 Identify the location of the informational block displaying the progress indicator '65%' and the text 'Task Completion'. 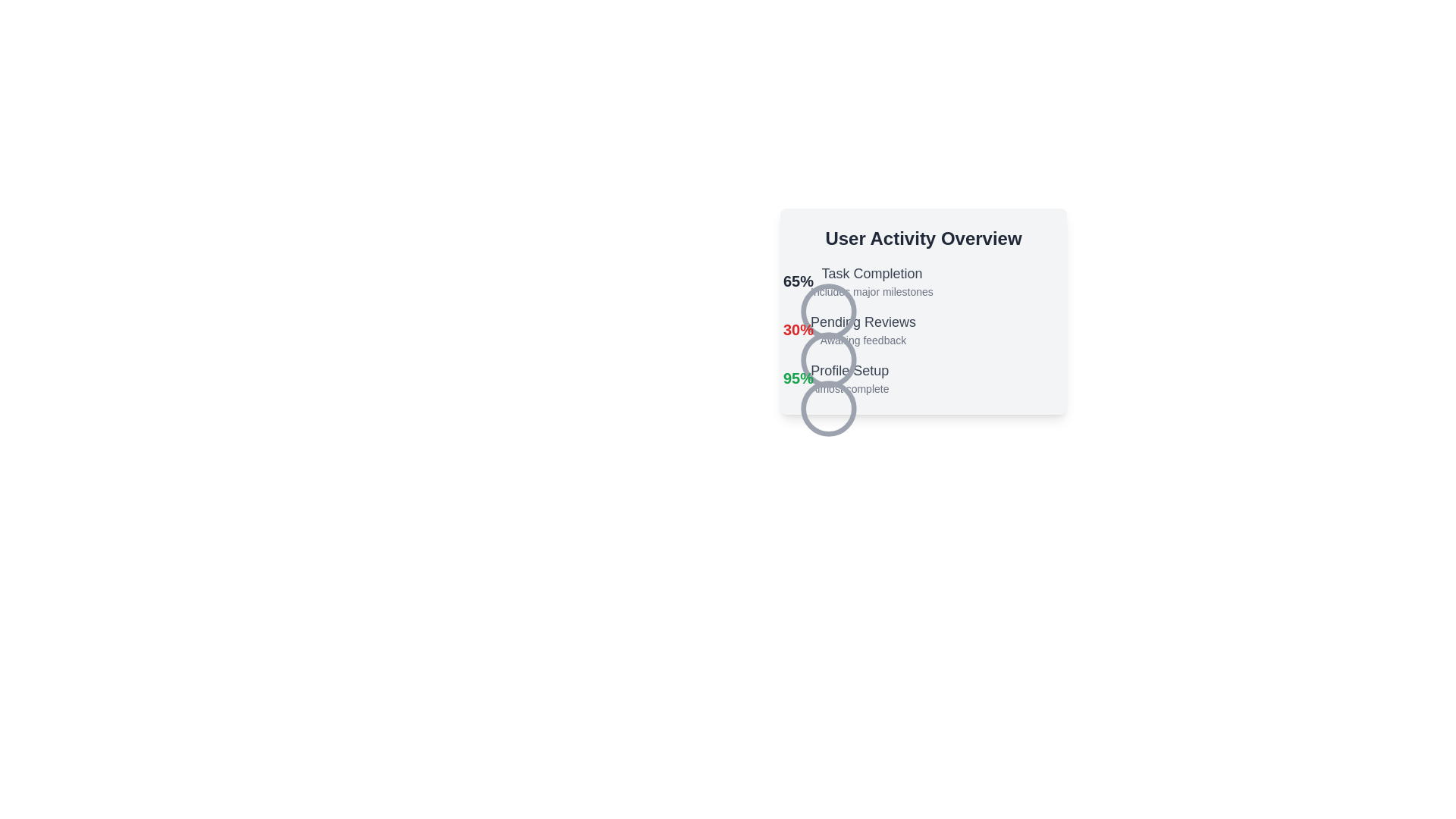
(923, 281).